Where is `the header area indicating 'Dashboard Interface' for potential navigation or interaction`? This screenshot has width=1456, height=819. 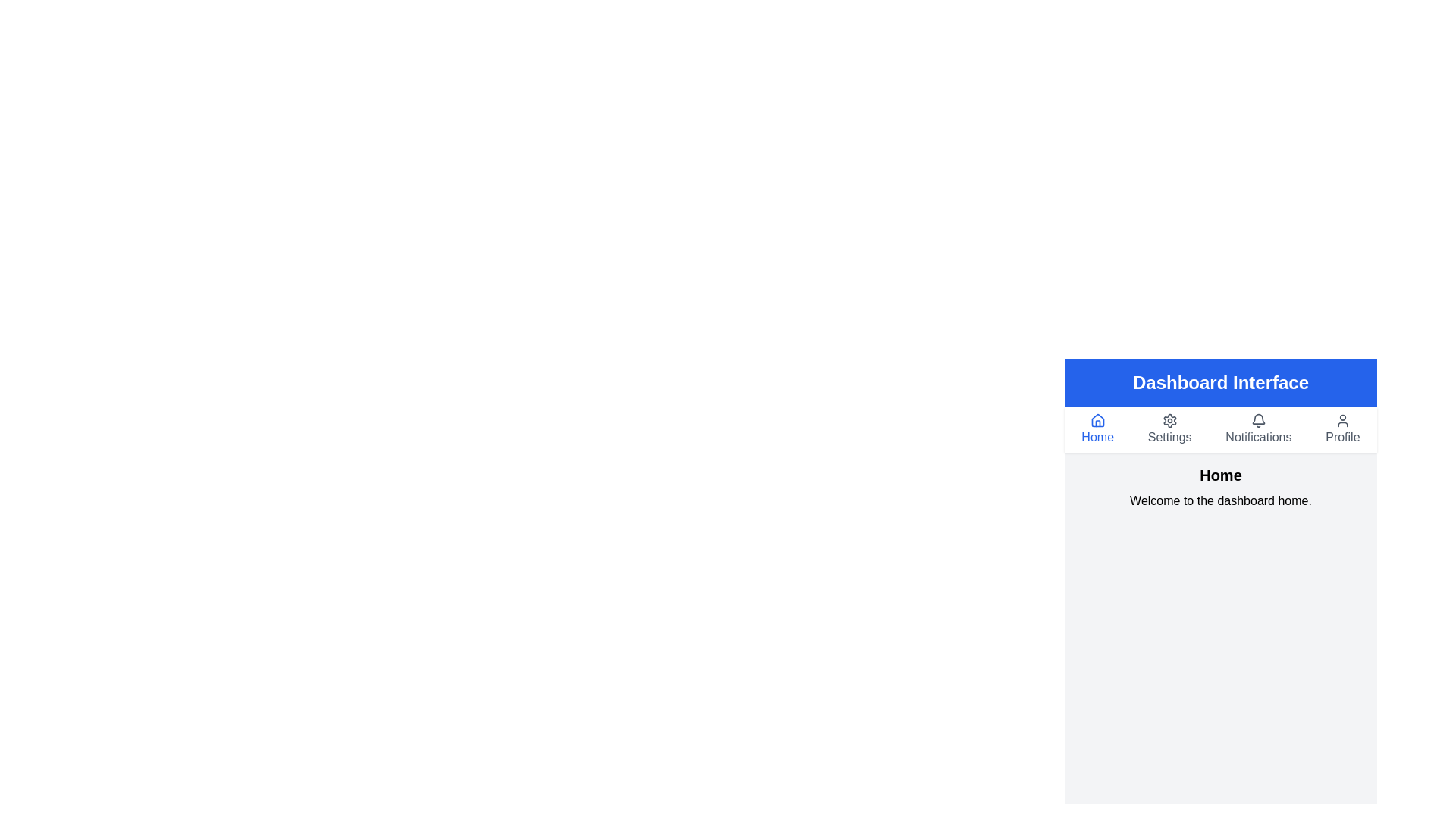 the header area indicating 'Dashboard Interface' for potential navigation or interaction is located at coordinates (1220, 382).